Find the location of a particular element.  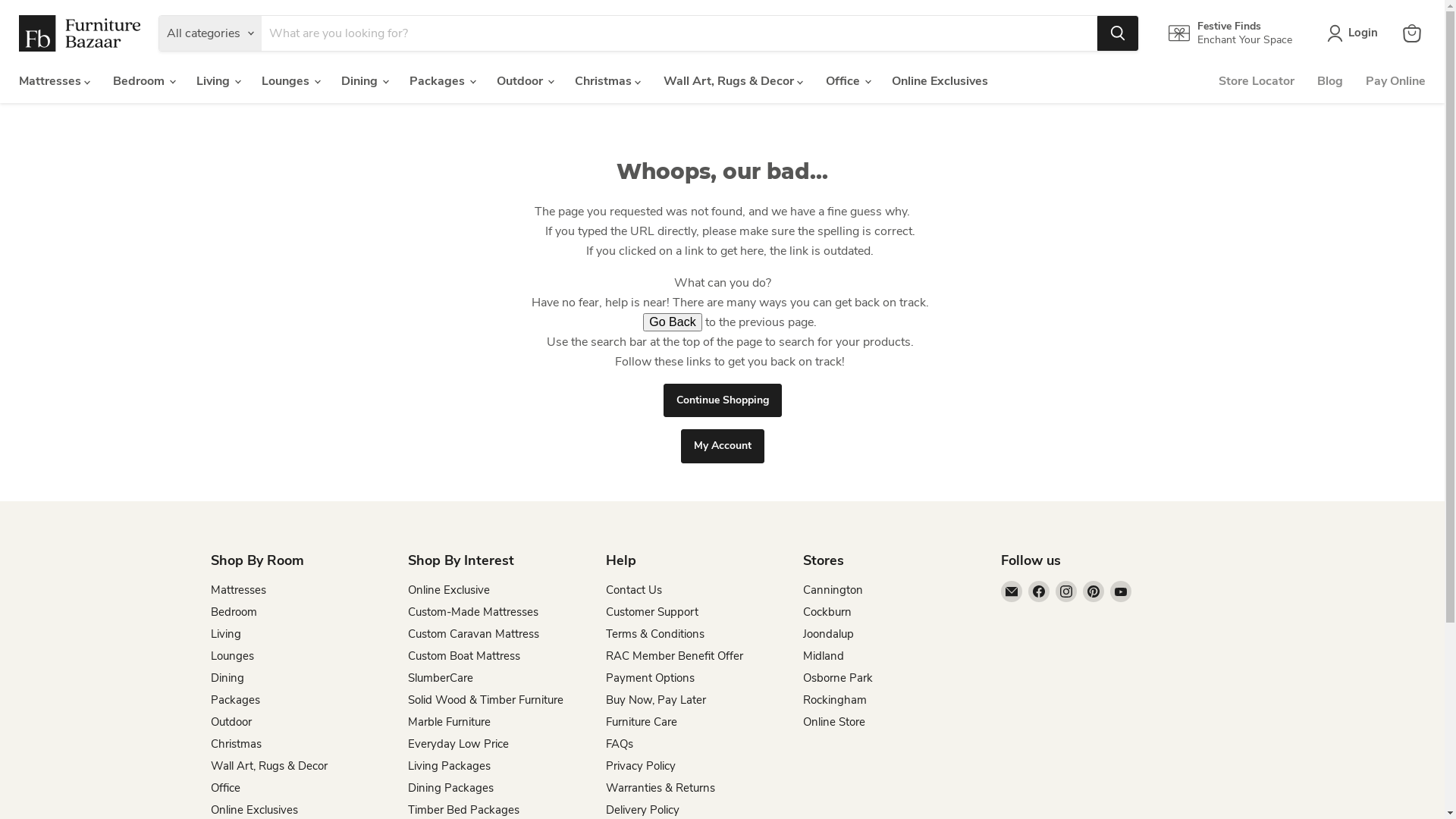

'Office' is located at coordinates (224, 786).